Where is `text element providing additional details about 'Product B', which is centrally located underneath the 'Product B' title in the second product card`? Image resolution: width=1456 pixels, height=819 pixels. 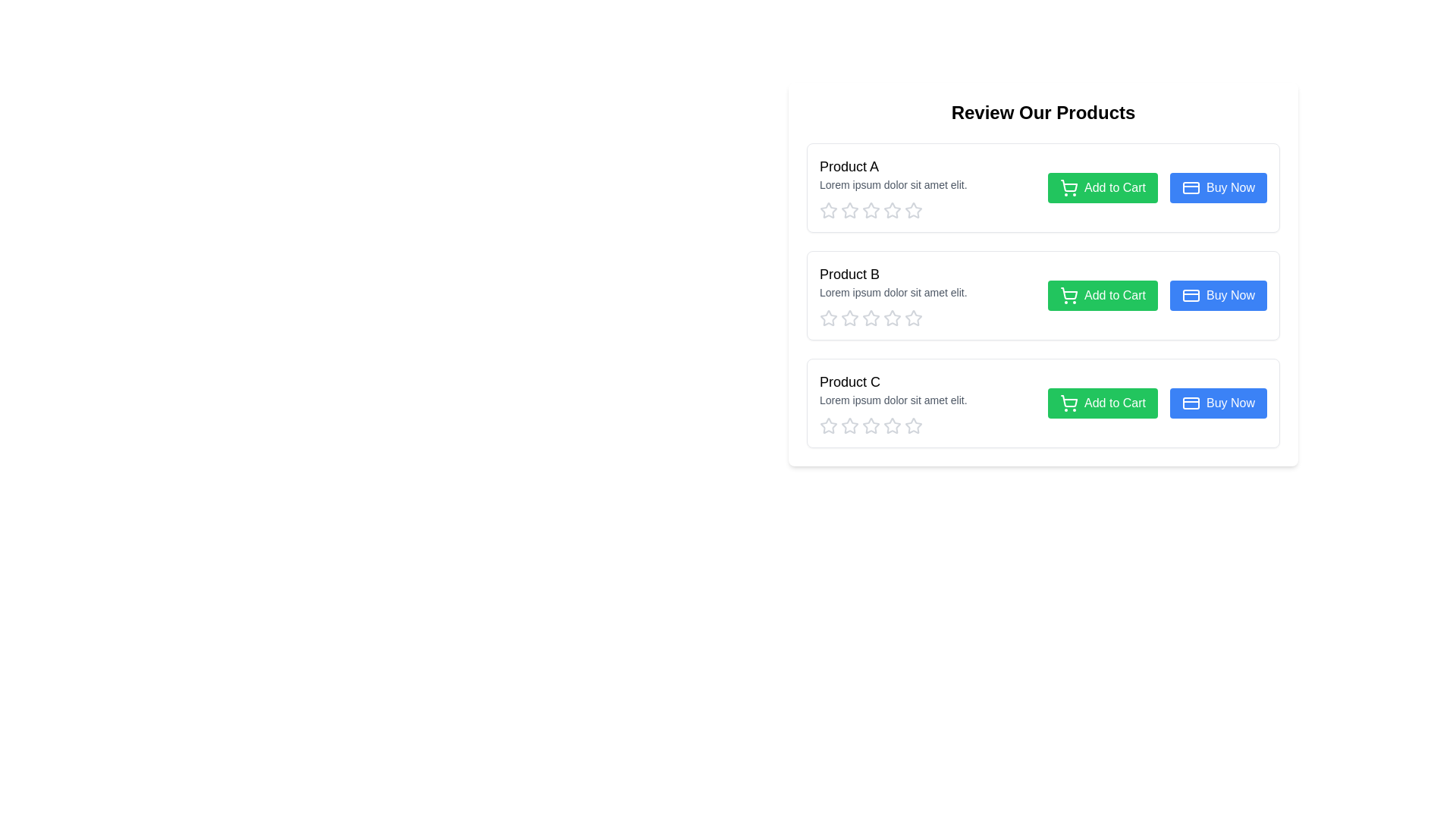
text element providing additional details about 'Product B', which is centrally located underneath the 'Product B' title in the second product card is located at coordinates (893, 292).